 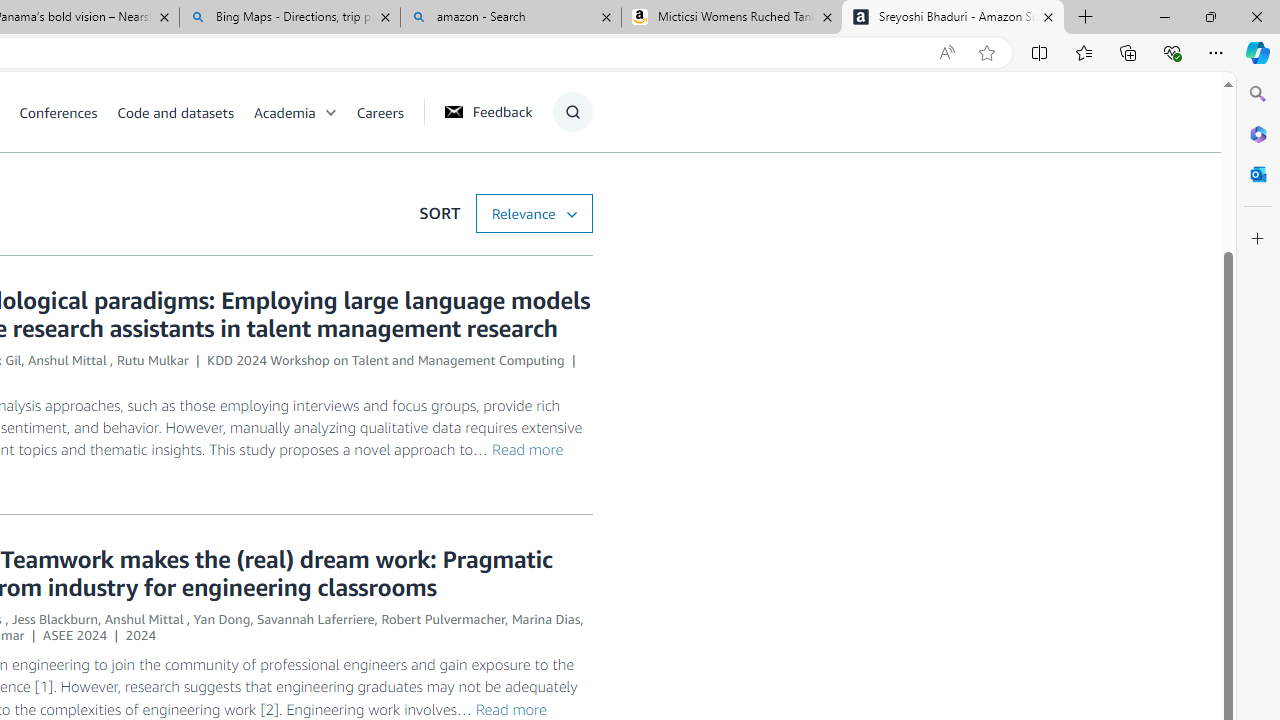 I want to click on 'KDD 2024 Workshop on Talent and Management Computing', so click(x=385, y=360).